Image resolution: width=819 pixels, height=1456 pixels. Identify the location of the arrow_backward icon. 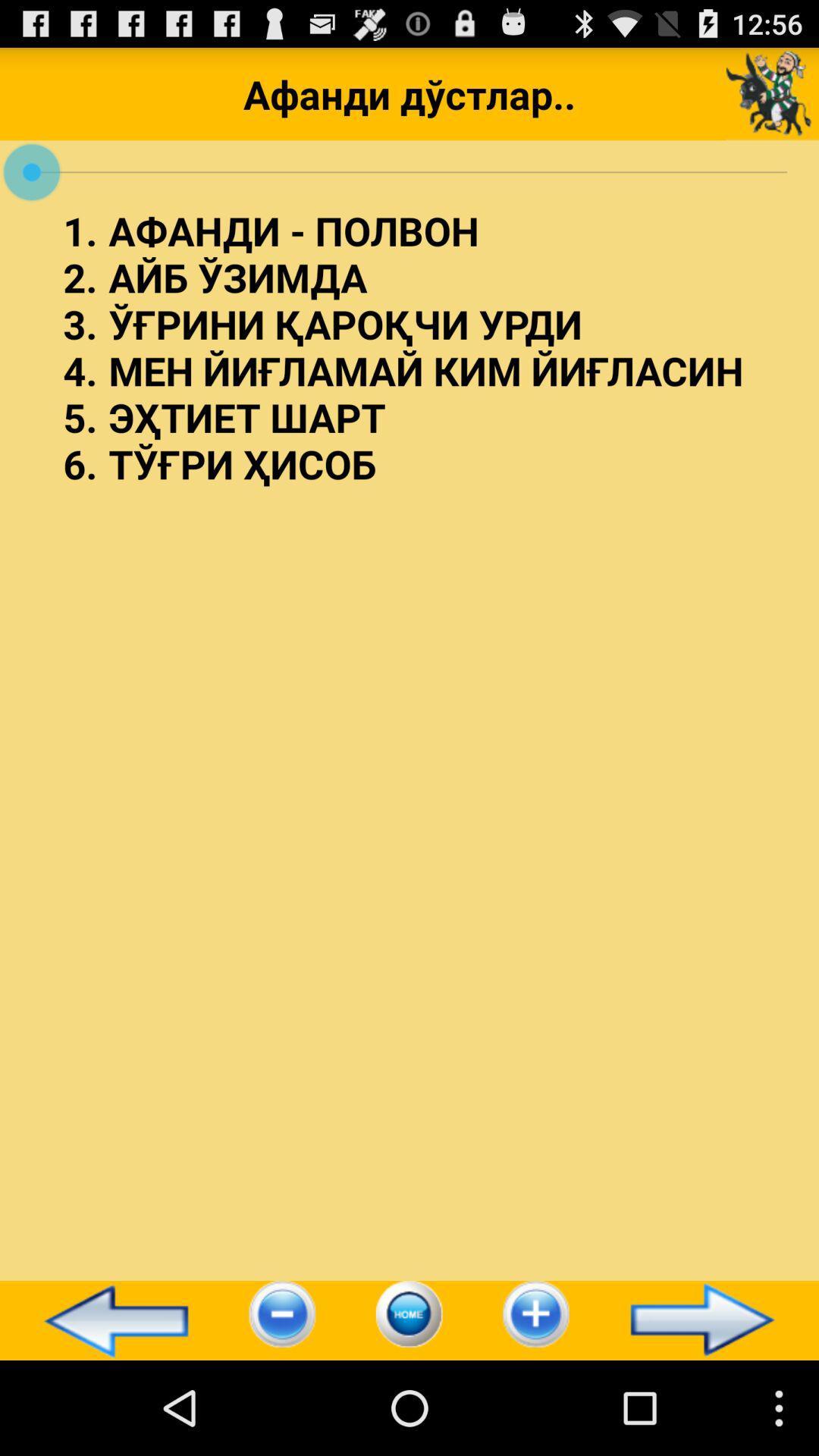
(108, 1412).